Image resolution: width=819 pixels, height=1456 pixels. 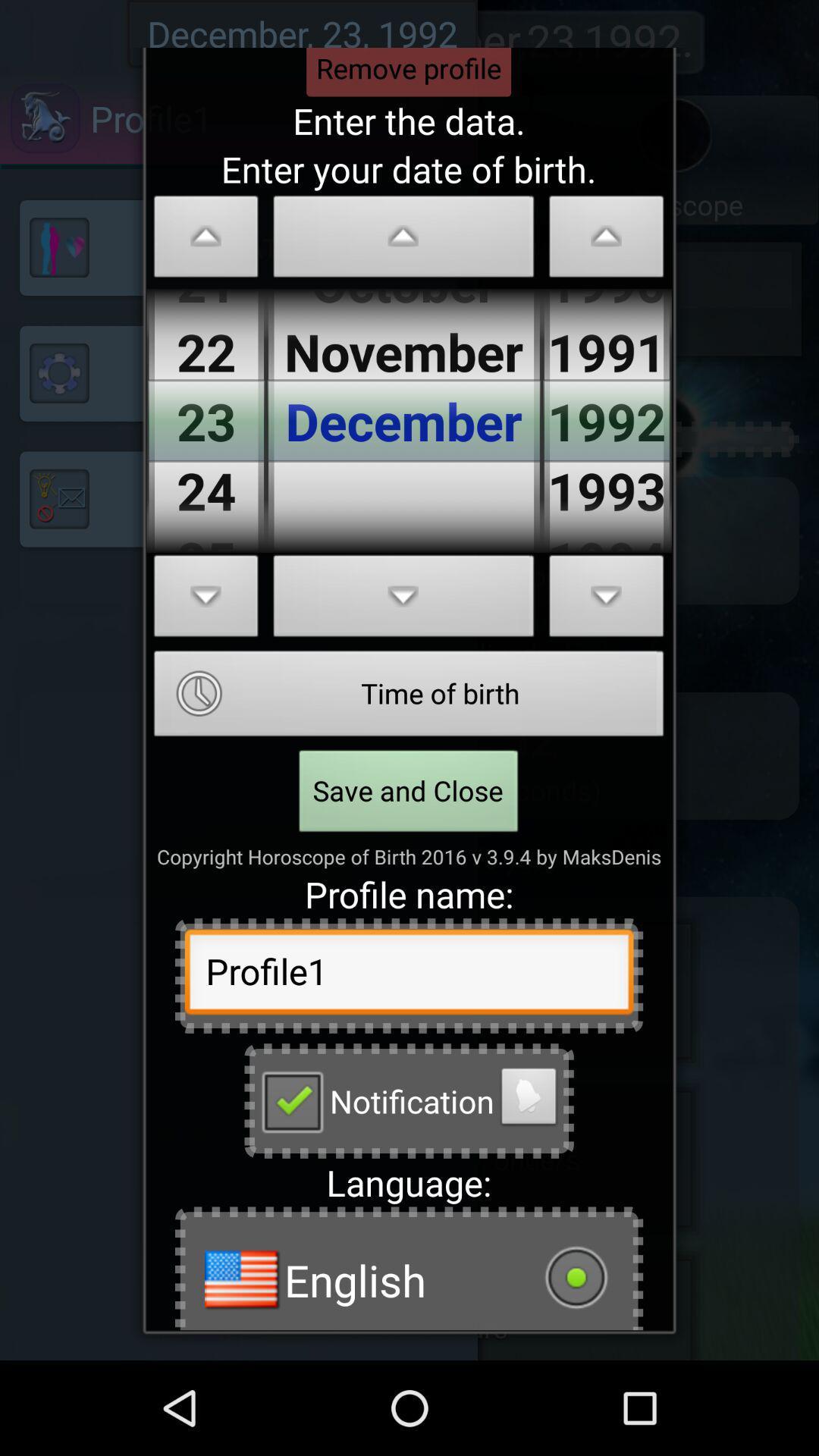 I want to click on birth year, so click(x=606, y=240).